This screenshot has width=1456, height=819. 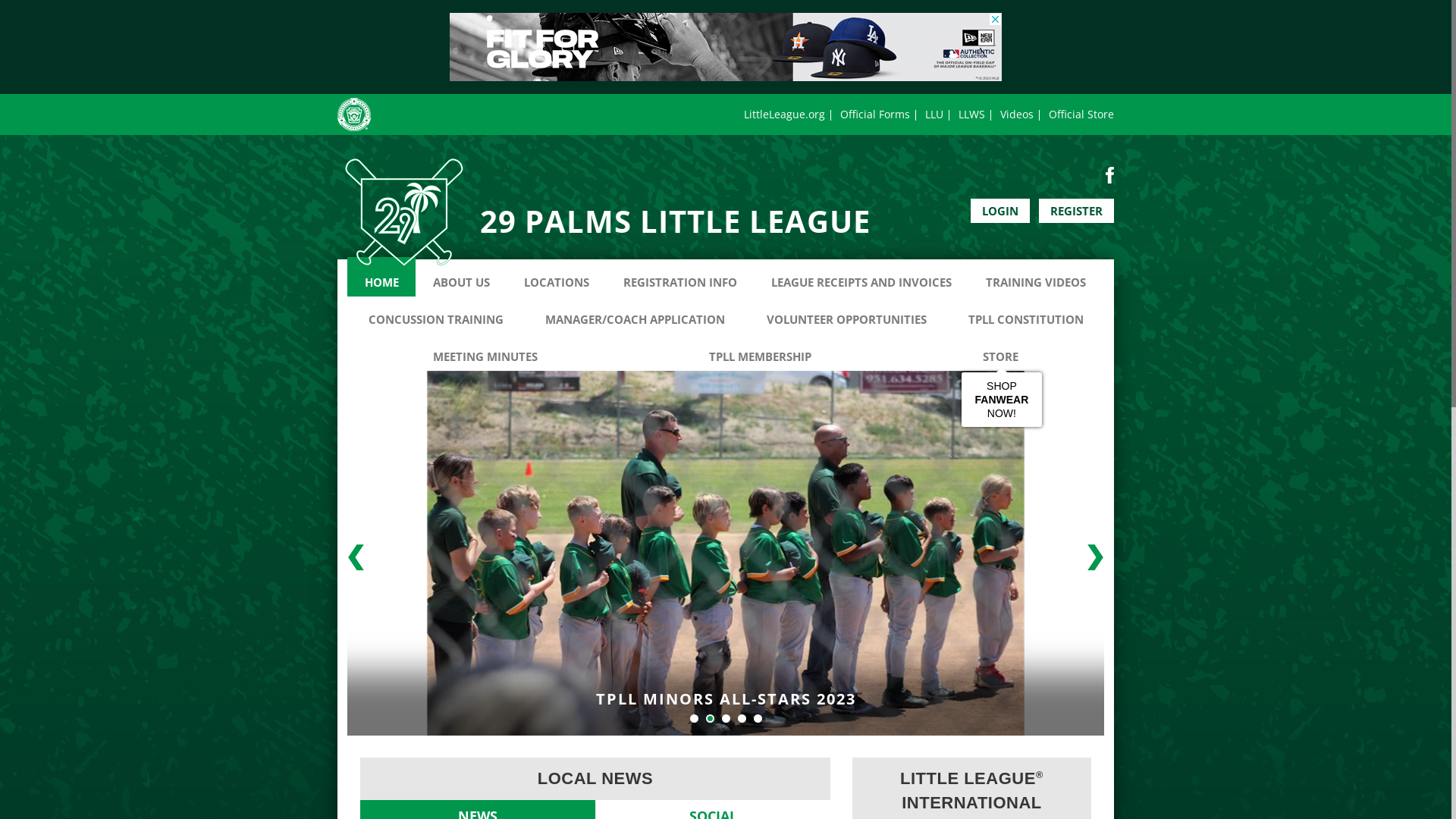 What do you see at coordinates (971, 210) in the screenshot?
I see `'LOGIN'` at bounding box center [971, 210].